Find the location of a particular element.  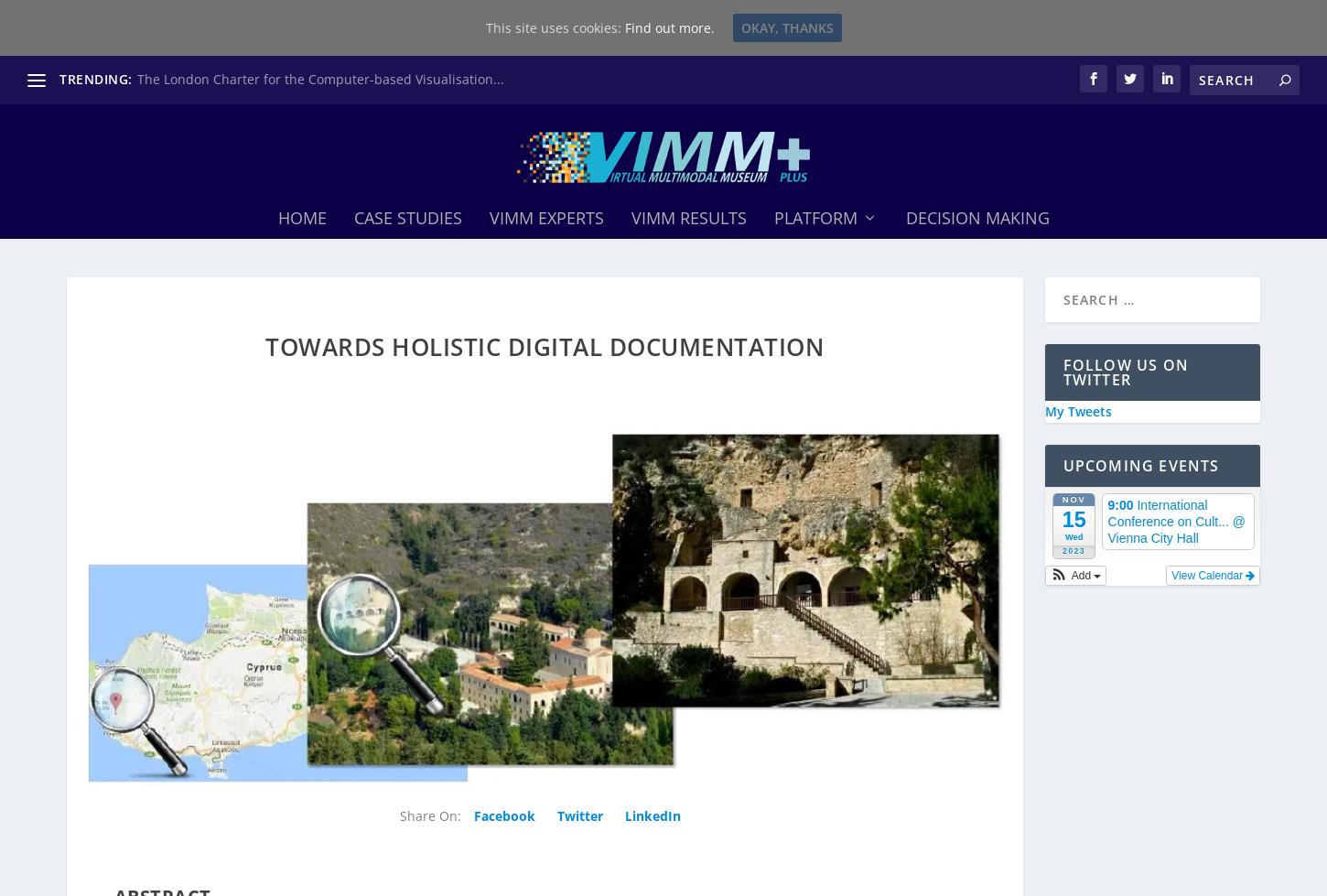

'The London Charter for the Computer-based Visualisation...' is located at coordinates (319, 79).